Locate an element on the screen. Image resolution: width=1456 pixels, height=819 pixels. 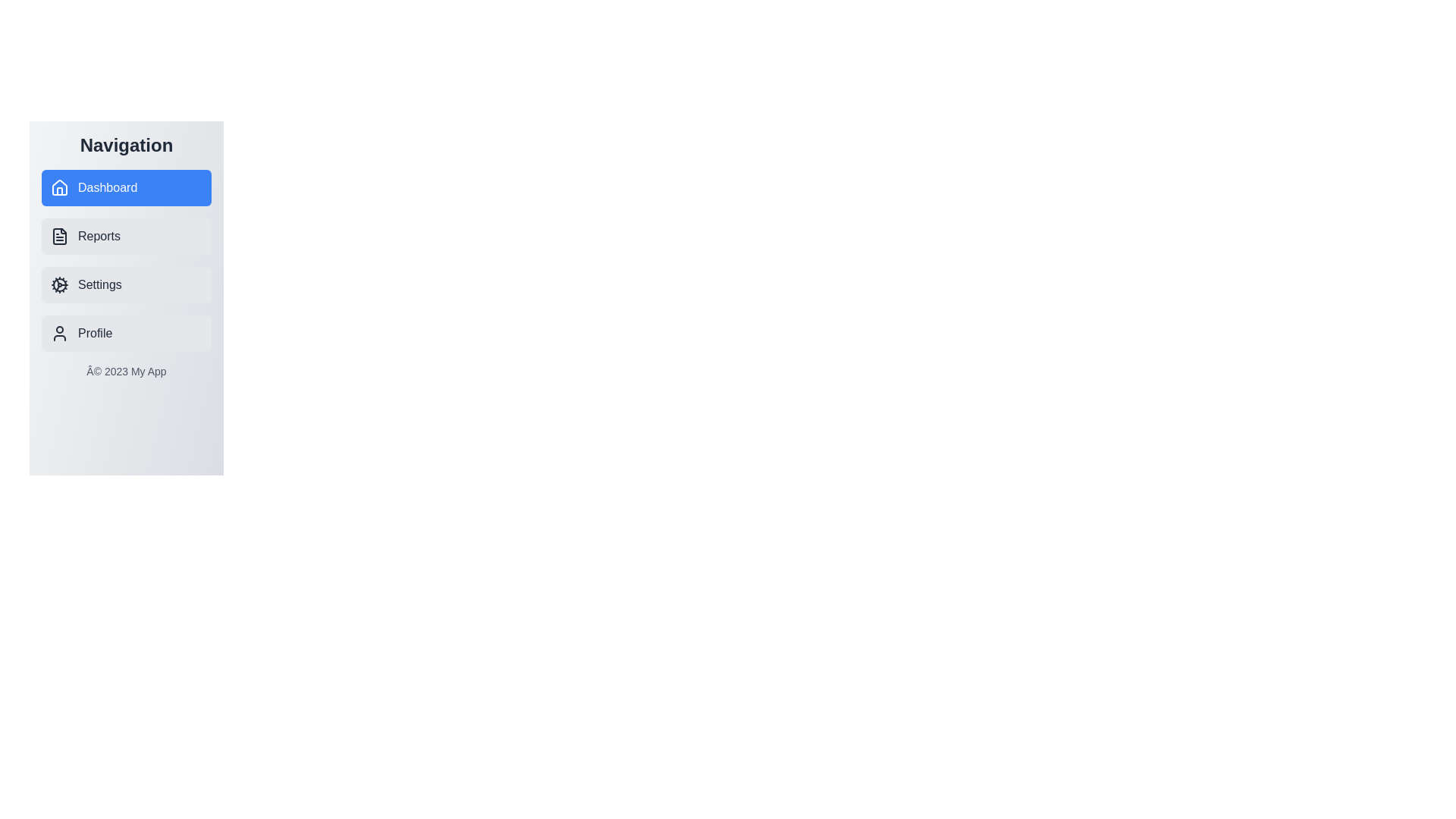
the navigation button for 'Settings' located in the vertical menu, positioned between 'Reports' and 'Profile' is located at coordinates (127, 284).